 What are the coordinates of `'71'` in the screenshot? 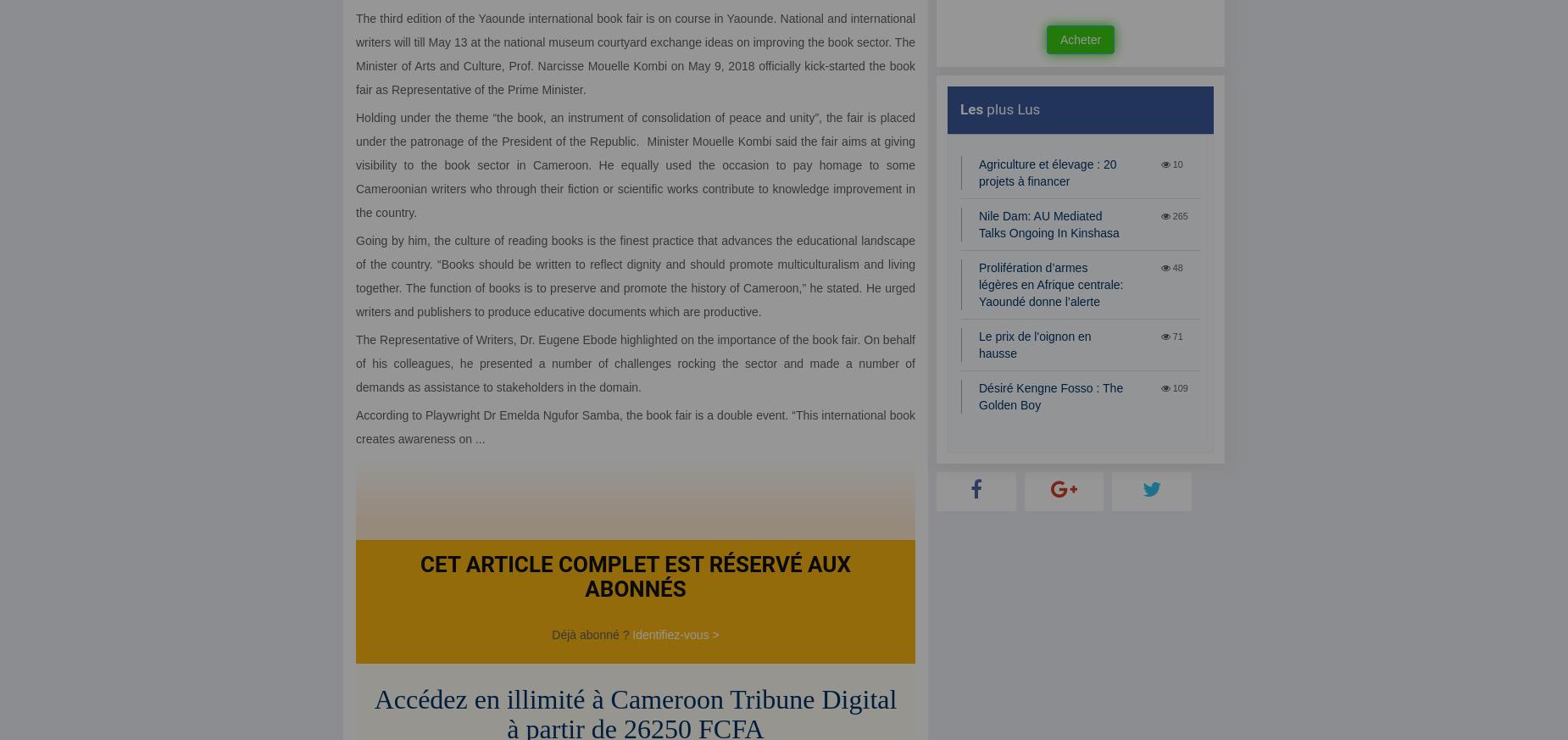 It's located at (1175, 336).